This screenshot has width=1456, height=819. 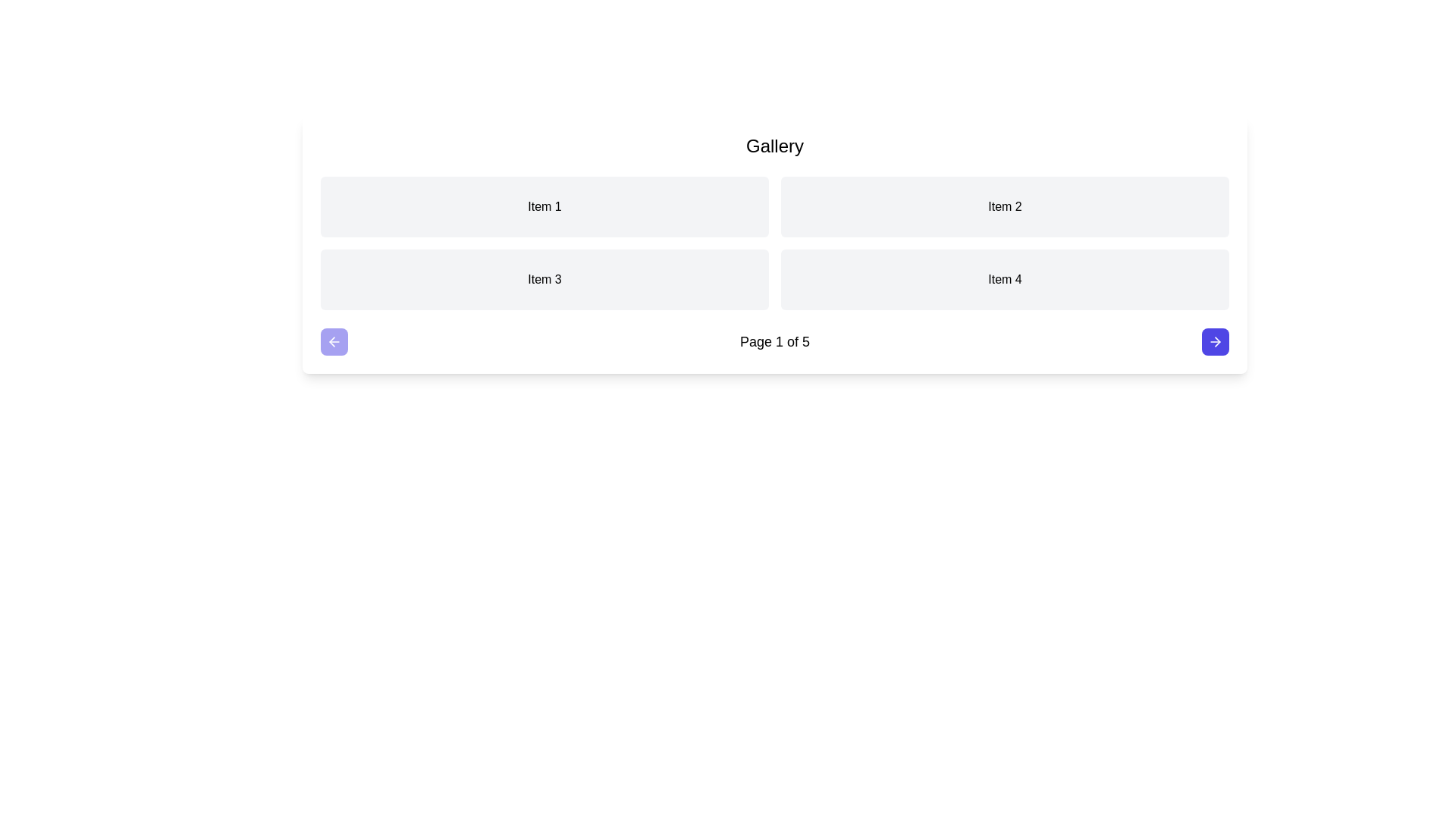 What do you see at coordinates (334, 342) in the screenshot?
I see `the arrow icon located at the bottom-left corner of the interface, which represents a navigation action to move backward or to a previous page` at bounding box center [334, 342].